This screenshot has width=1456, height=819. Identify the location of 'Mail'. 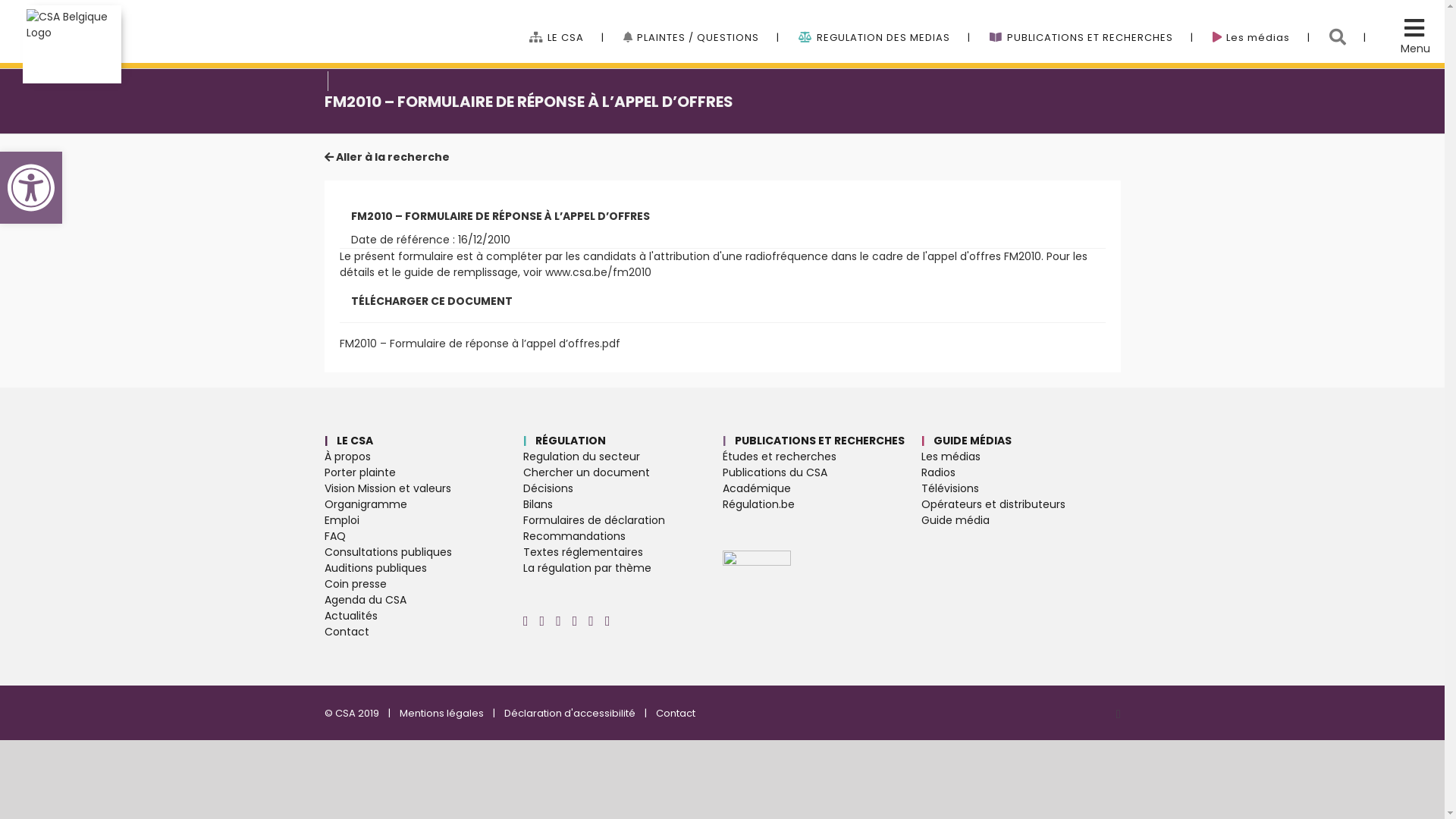
(607, 620).